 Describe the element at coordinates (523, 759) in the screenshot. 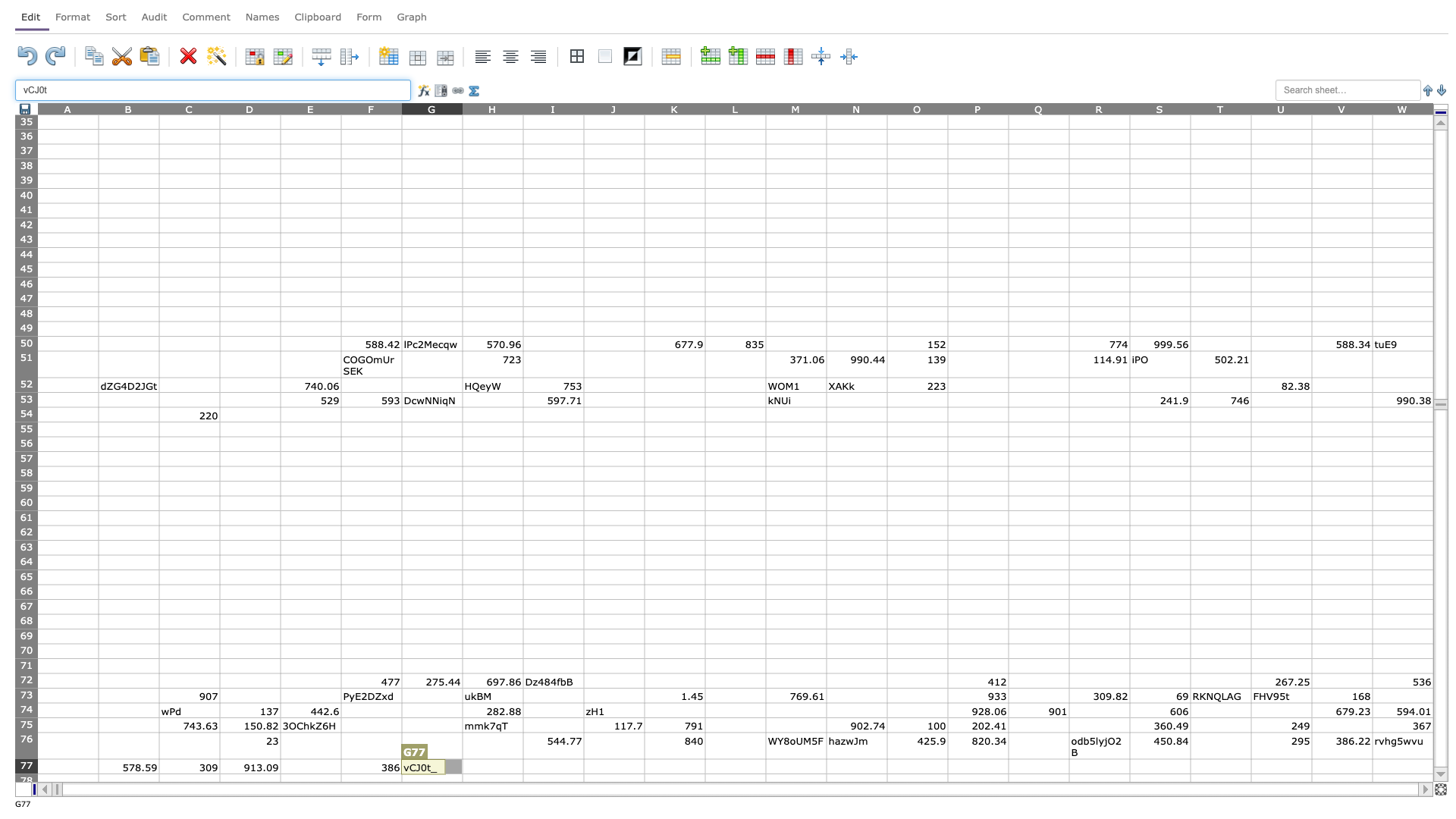

I see `Top left corner of cell I-77` at that location.